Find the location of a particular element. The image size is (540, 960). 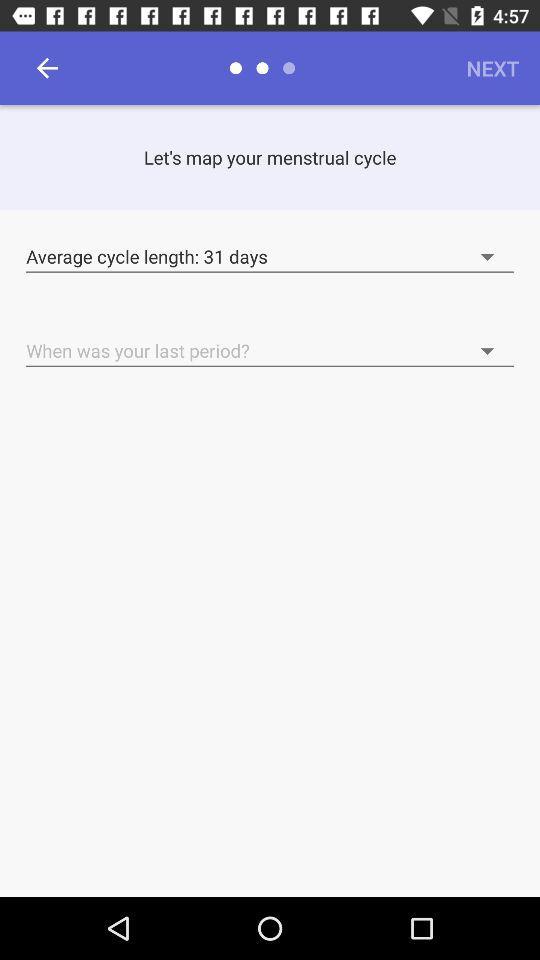

the downward arrow which is beside when was your last period is located at coordinates (434, 340).